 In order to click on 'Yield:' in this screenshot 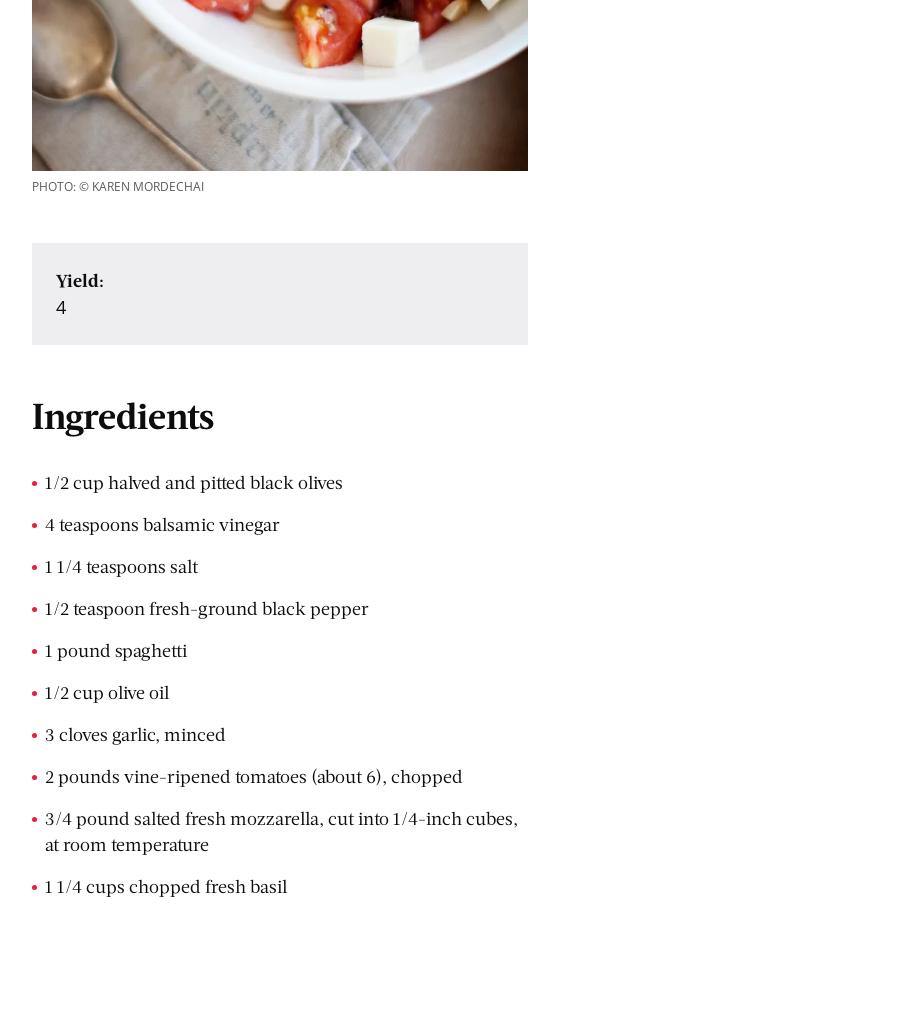, I will do `click(79, 278)`.